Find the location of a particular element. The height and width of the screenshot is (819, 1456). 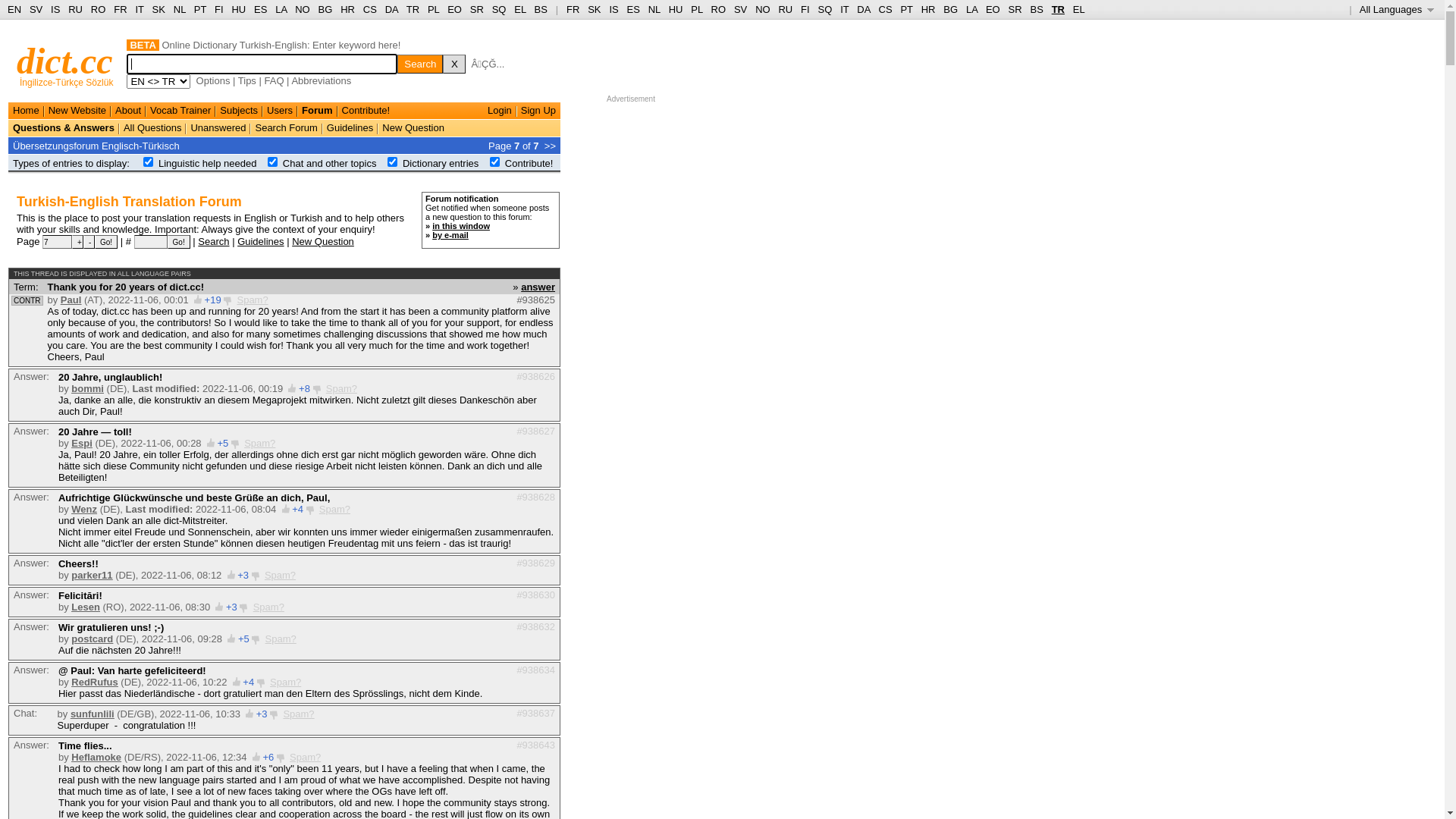

'Lesen' is located at coordinates (85, 606).